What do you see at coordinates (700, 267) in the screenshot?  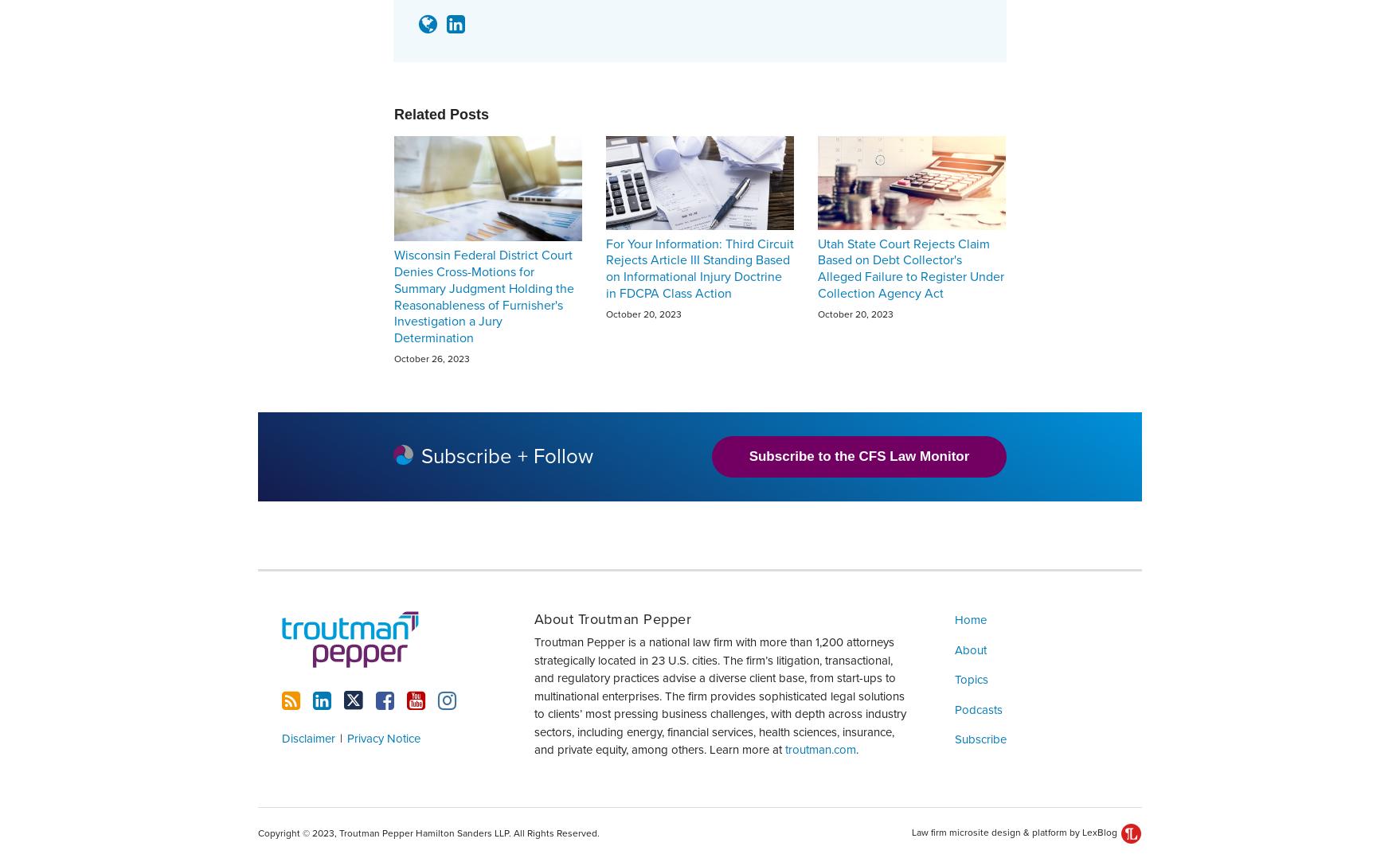 I see `'For Your Information: Third Circuit Rejects Article III Standing Based on Informational Injury Doctrine in FDCPA Class Action'` at bounding box center [700, 267].